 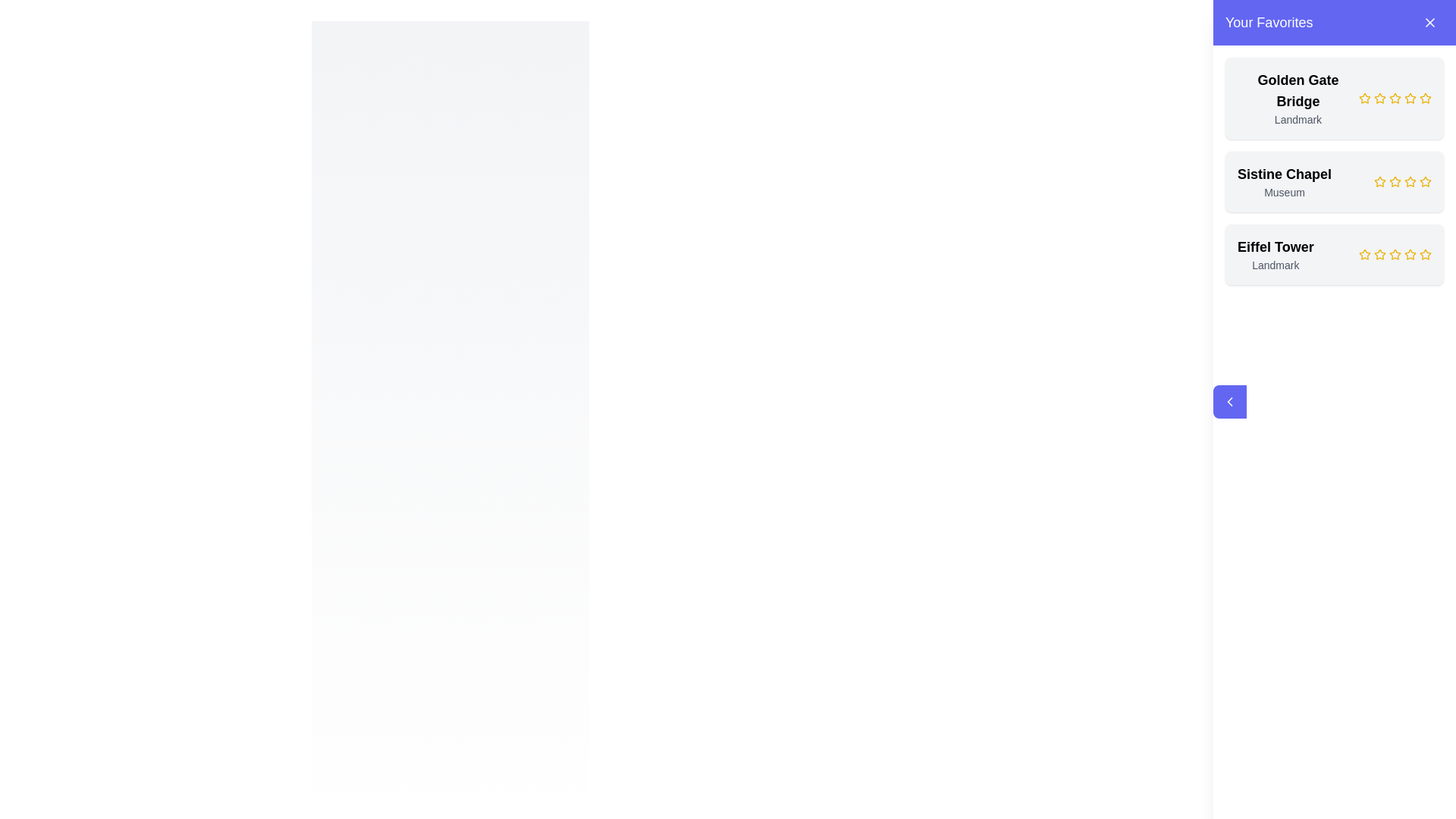 What do you see at coordinates (1429, 23) in the screenshot?
I see `the 'X' icon in the top-right corner of the purple header labeled 'Your Favorites'` at bounding box center [1429, 23].